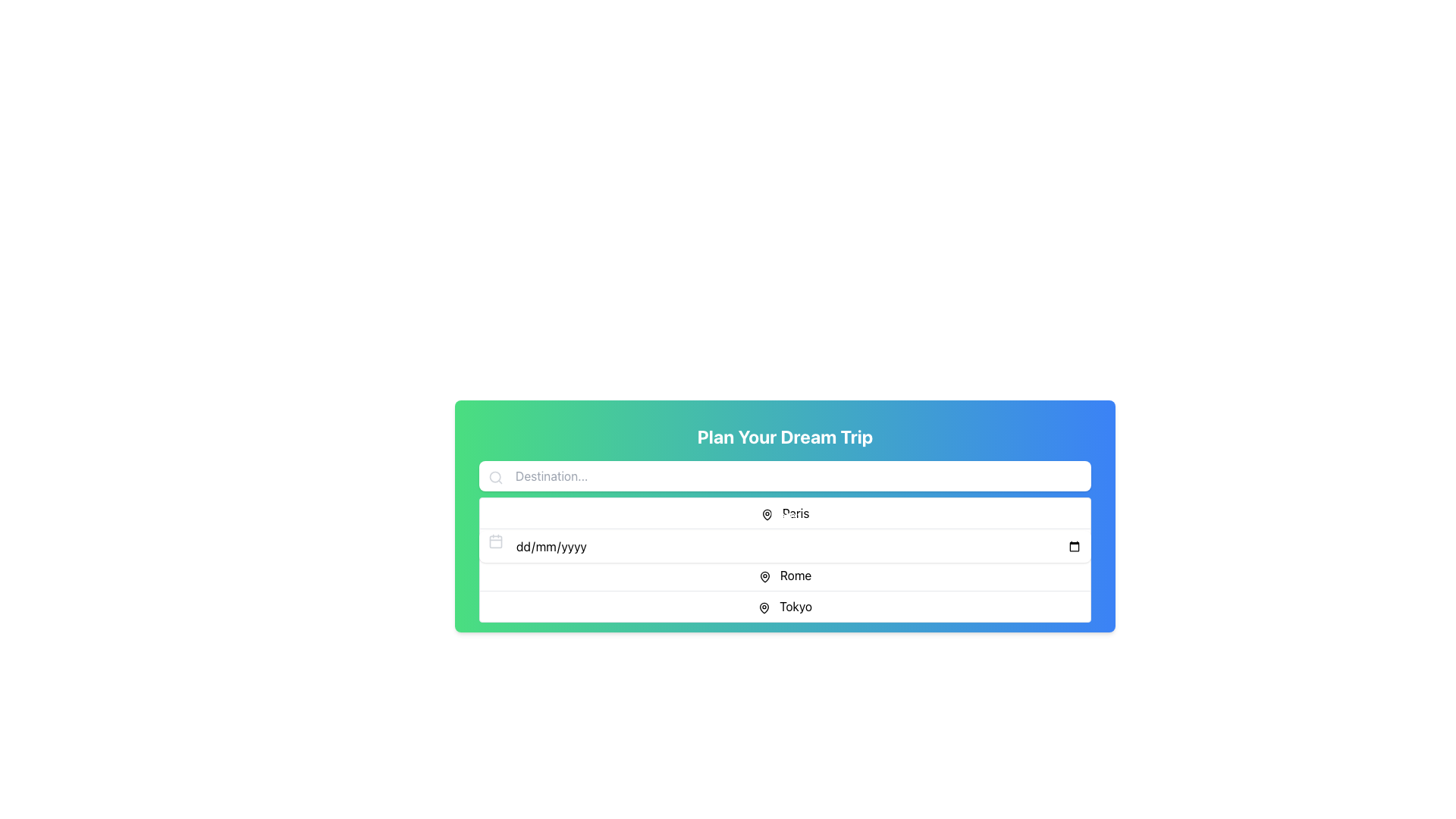  Describe the element at coordinates (767, 513) in the screenshot. I see `the geographical marker icon that indicates the location of 'Paris', which is positioned to the left of the text label` at that location.